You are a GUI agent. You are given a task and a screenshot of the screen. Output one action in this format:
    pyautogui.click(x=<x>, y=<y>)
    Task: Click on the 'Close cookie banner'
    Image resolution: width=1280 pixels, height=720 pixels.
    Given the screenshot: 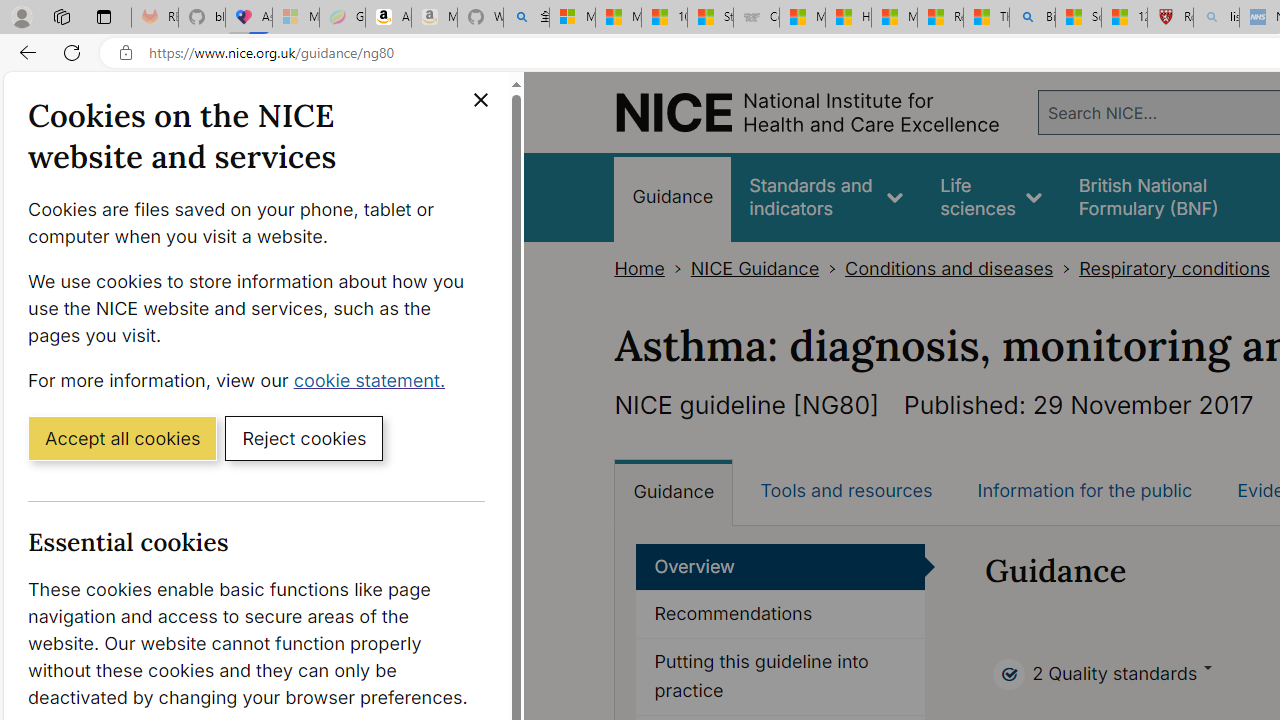 What is the action you would take?
    pyautogui.click(x=480, y=100)
    